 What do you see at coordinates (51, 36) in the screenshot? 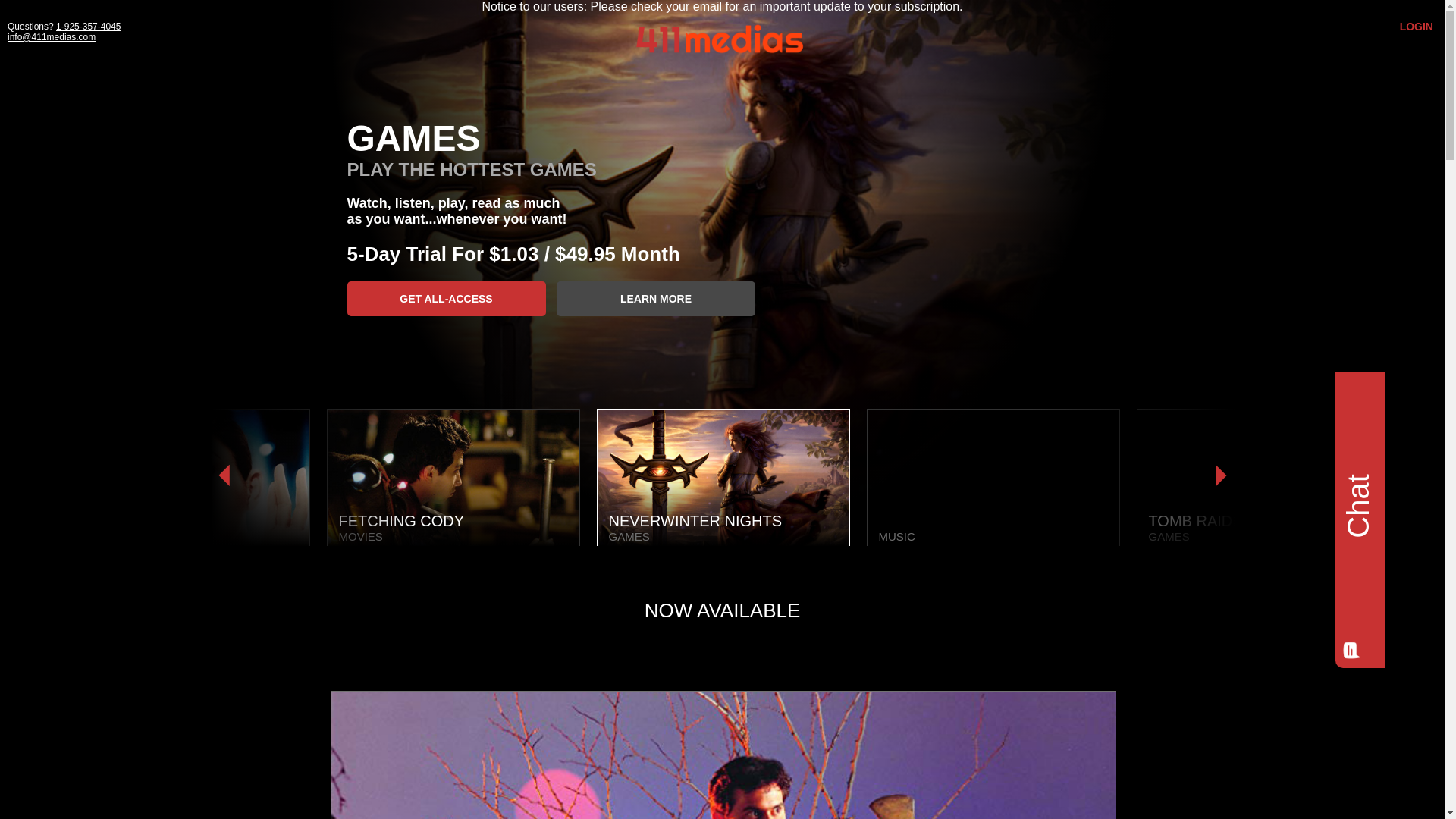
I see `'info@411medias.com'` at bounding box center [51, 36].